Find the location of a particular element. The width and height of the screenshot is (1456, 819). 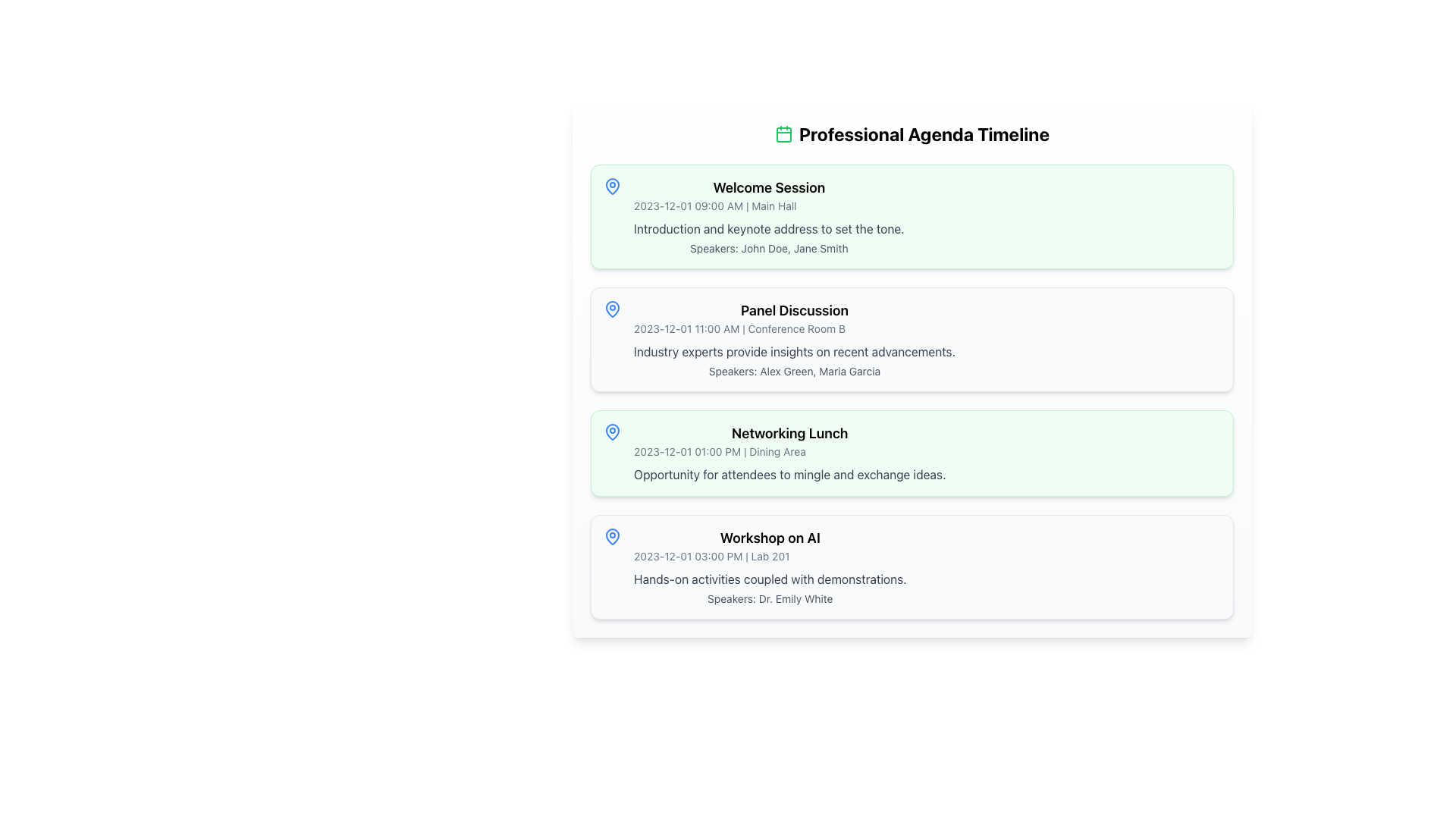

the visual marker for the 'Panel Discussion' event located in the timeline card listing events is located at coordinates (612, 309).